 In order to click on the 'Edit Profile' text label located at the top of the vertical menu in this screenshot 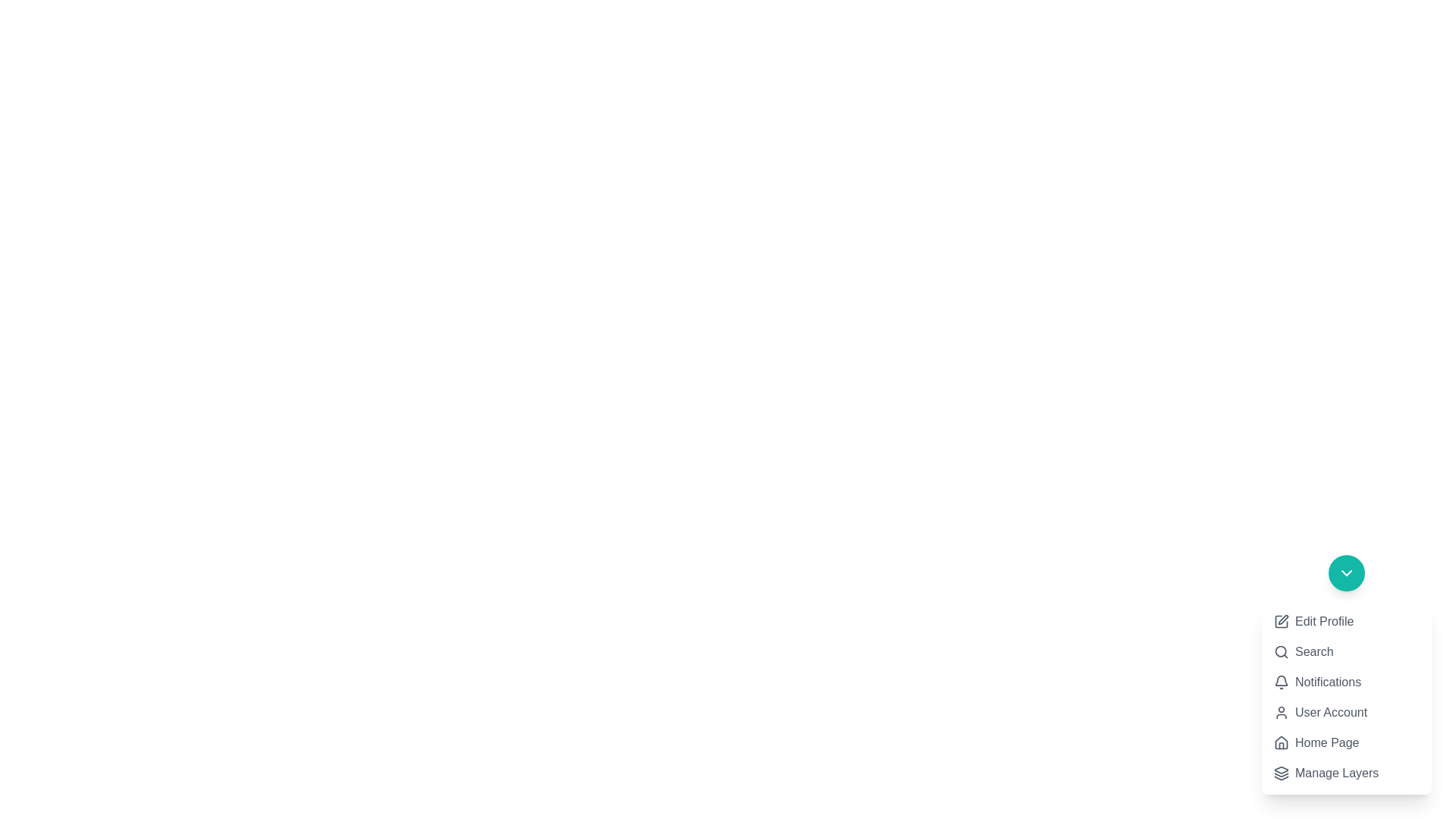, I will do `click(1323, 622)`.